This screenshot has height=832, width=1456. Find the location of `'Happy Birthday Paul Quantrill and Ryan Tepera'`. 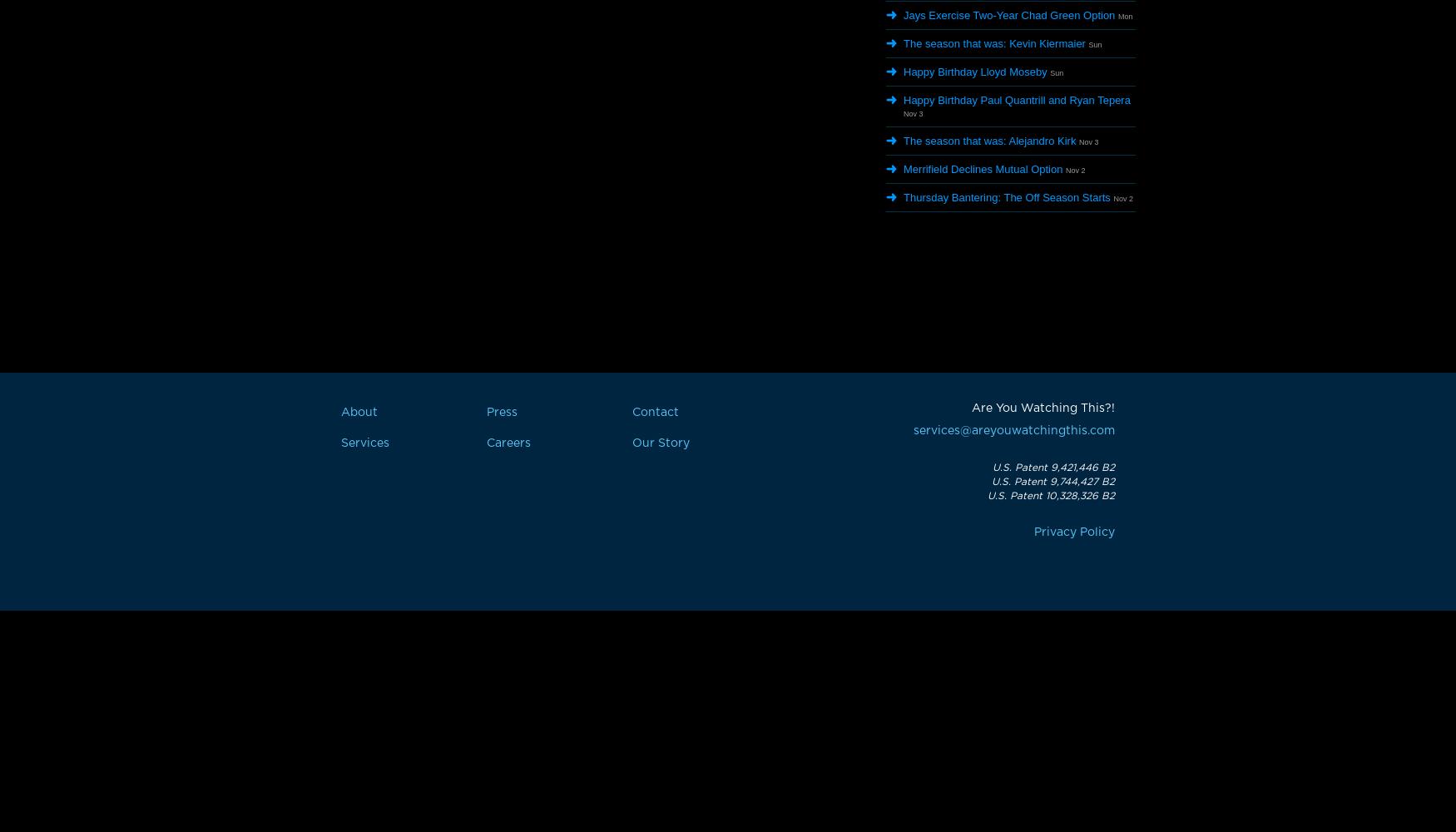

'Happy Birthday Paul Quantrill and Ryan Tepera' is located at coordinates (1017, 99).